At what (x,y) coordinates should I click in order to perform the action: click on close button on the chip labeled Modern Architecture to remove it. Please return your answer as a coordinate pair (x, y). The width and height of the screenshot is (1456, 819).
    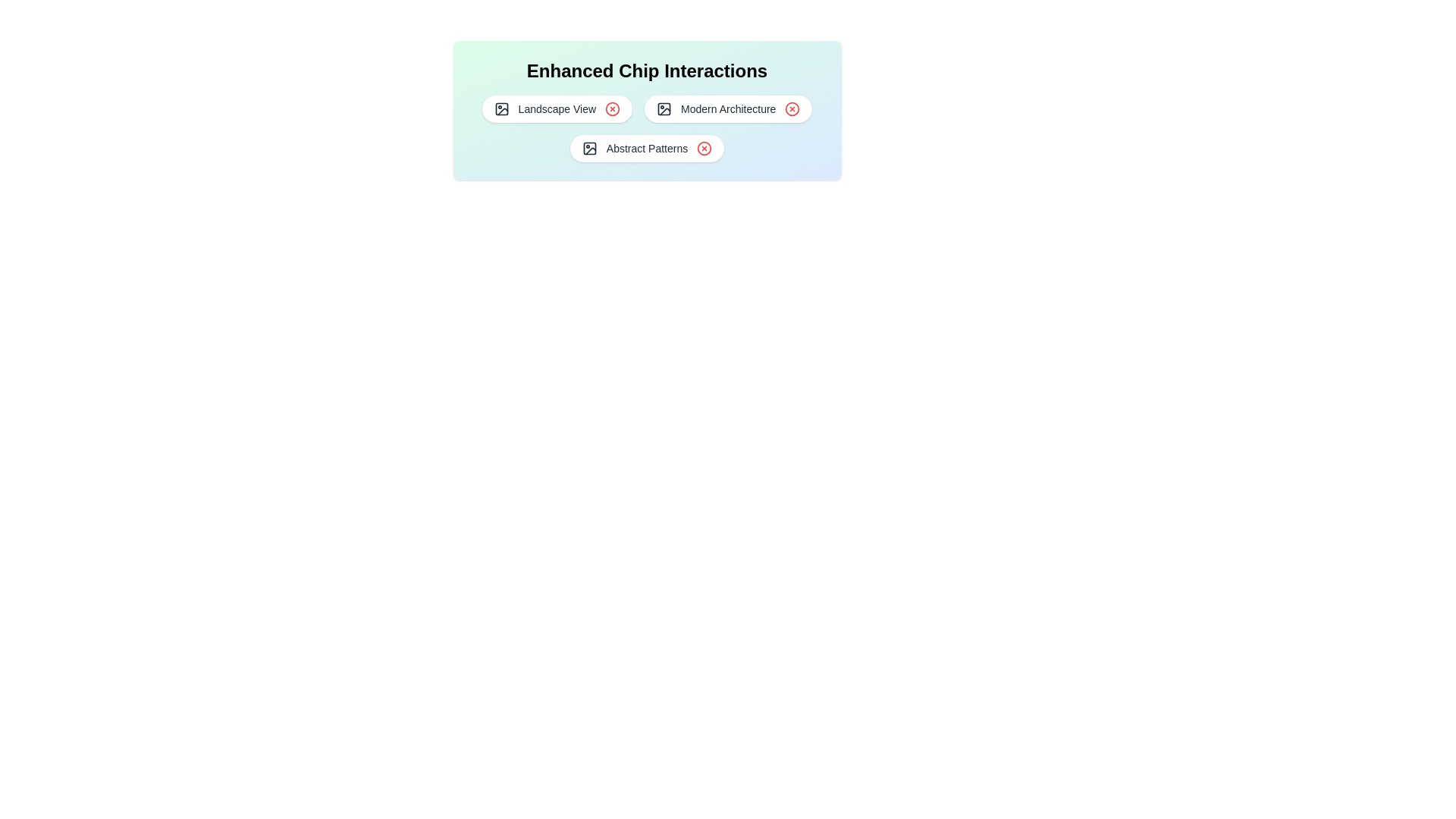
    Looking at the image, I should click on (792, 108).